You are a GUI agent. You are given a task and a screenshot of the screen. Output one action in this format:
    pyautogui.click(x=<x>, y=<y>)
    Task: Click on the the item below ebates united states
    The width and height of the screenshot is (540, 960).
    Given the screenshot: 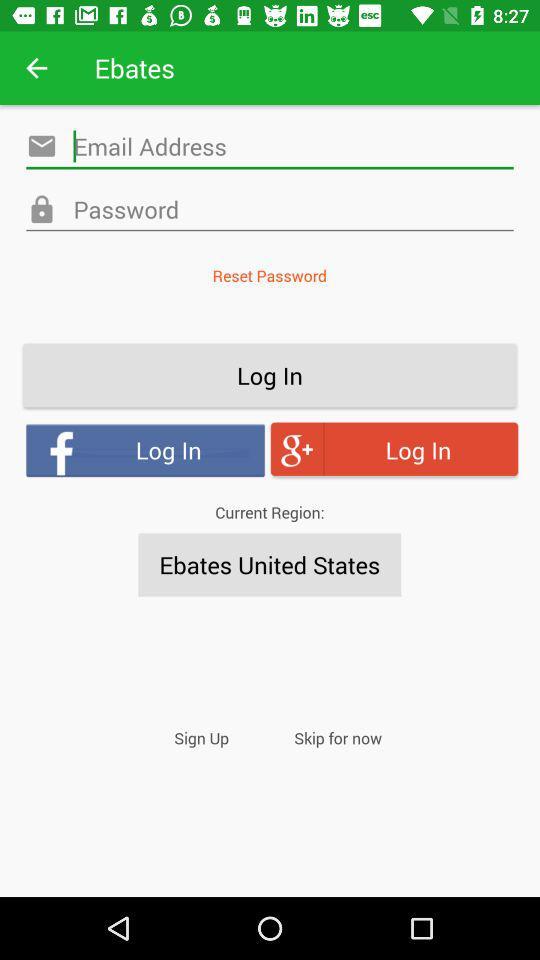 What is the action you would take?
    pyautogui.click(x=337, y=737)
    